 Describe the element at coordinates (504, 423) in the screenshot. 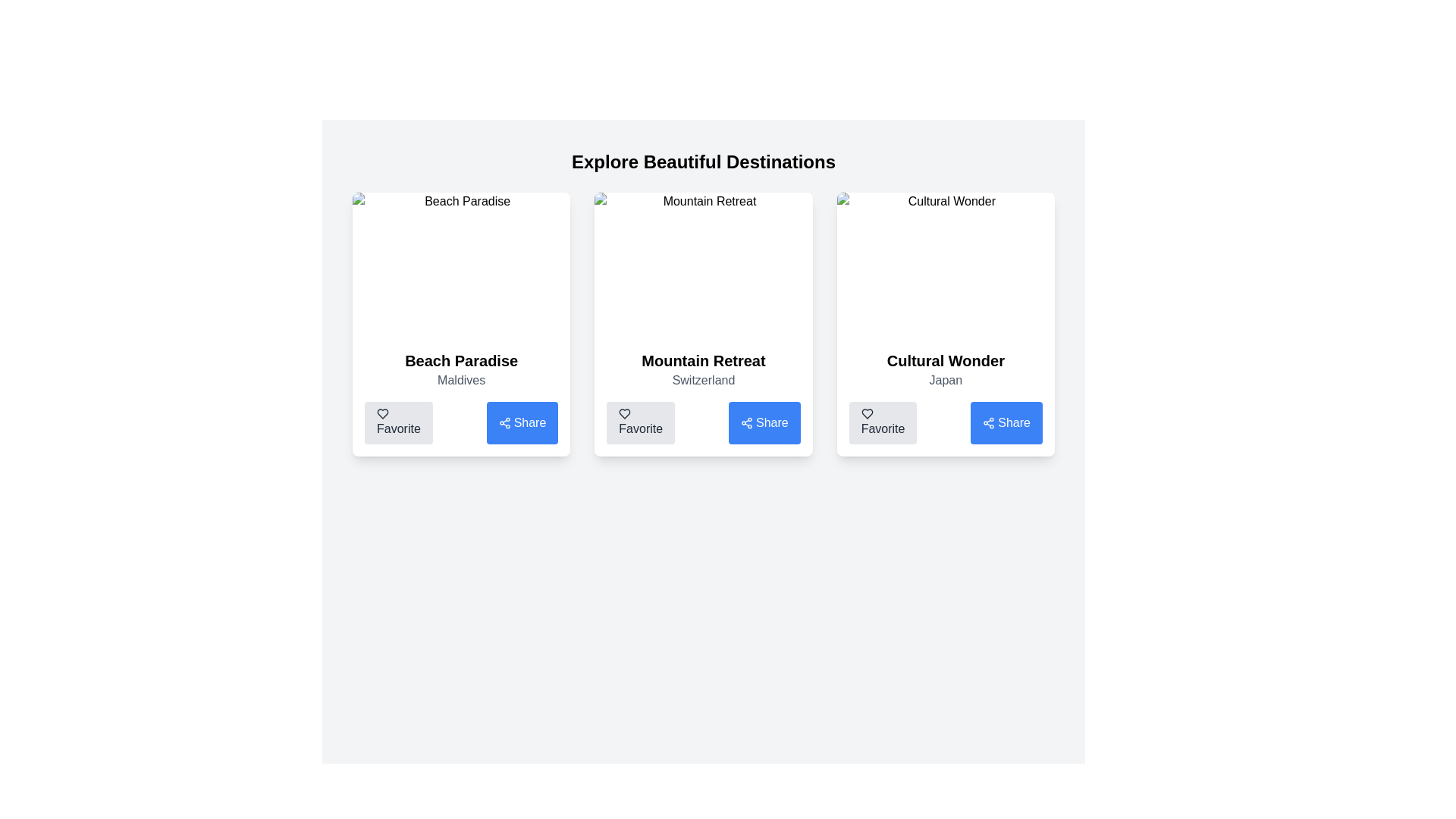

I see `the blue 'Share' button with white text and a share icon, located in the lower-right section of the 'Beach Paradise' card, next to the gray 'Favorite' button` at that location.